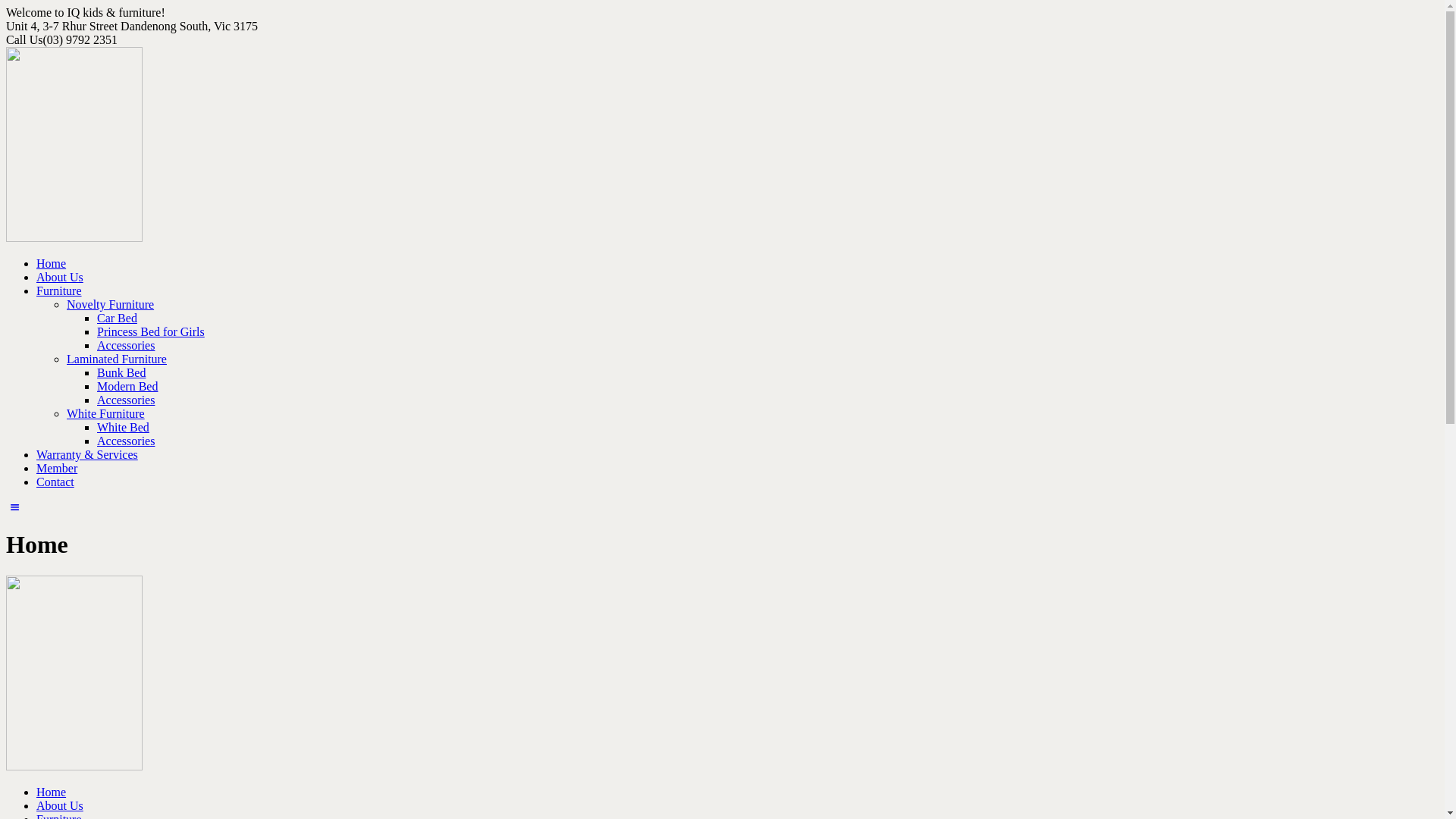 This screenshot has width=1456, height=819. Describe the element at coordinates (51, 262) in the screenshot. I see `'Home'` at that location.